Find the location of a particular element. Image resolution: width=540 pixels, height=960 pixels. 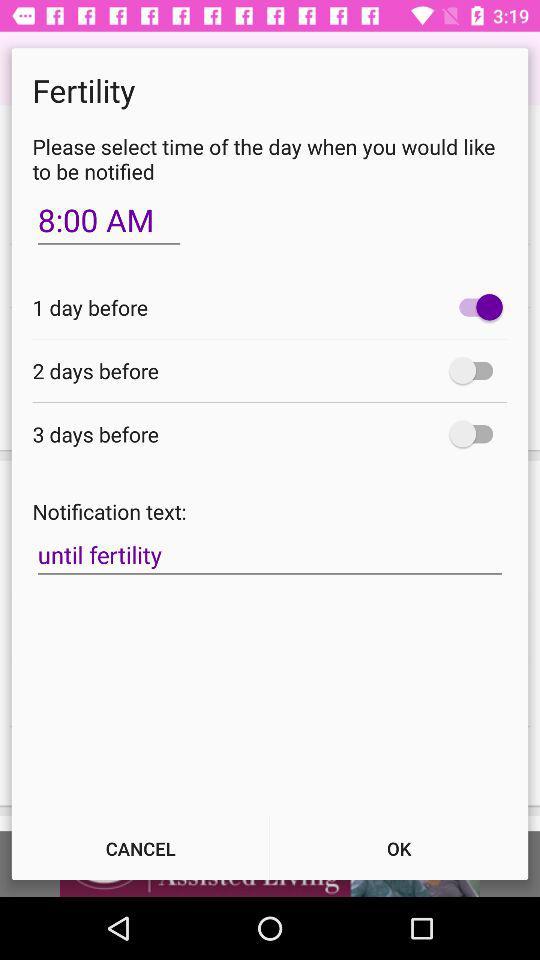

the item at the bottom right corner is located at coordinates (399, 847).